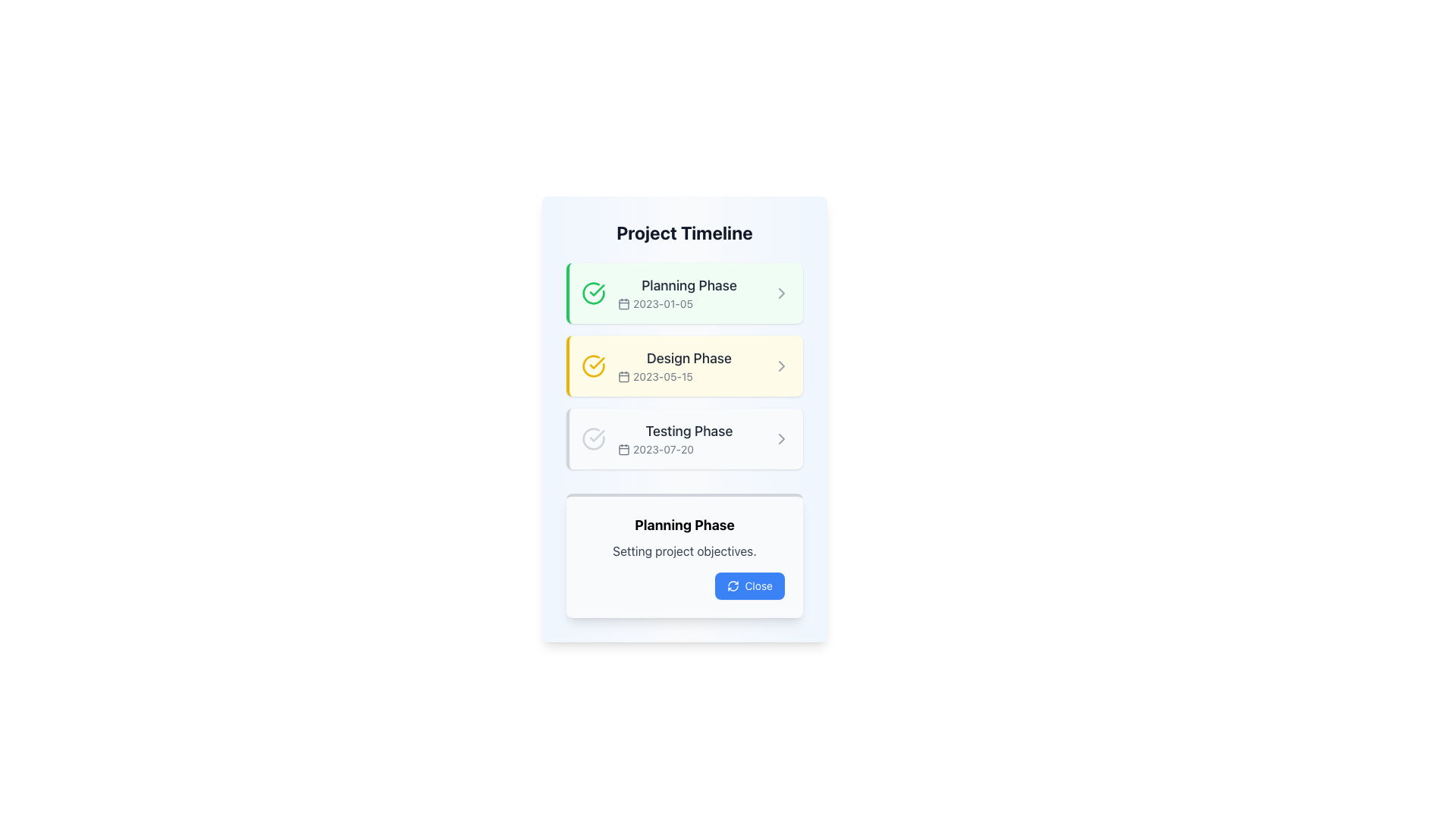 This screenshot has width=1456, height=819. I want to click on the Text Label indicating the title of the current phase in the timeline, located above the date label '2023-07-20' in the 'Testing Phase 2023-07-20' item, so click(688, 431).